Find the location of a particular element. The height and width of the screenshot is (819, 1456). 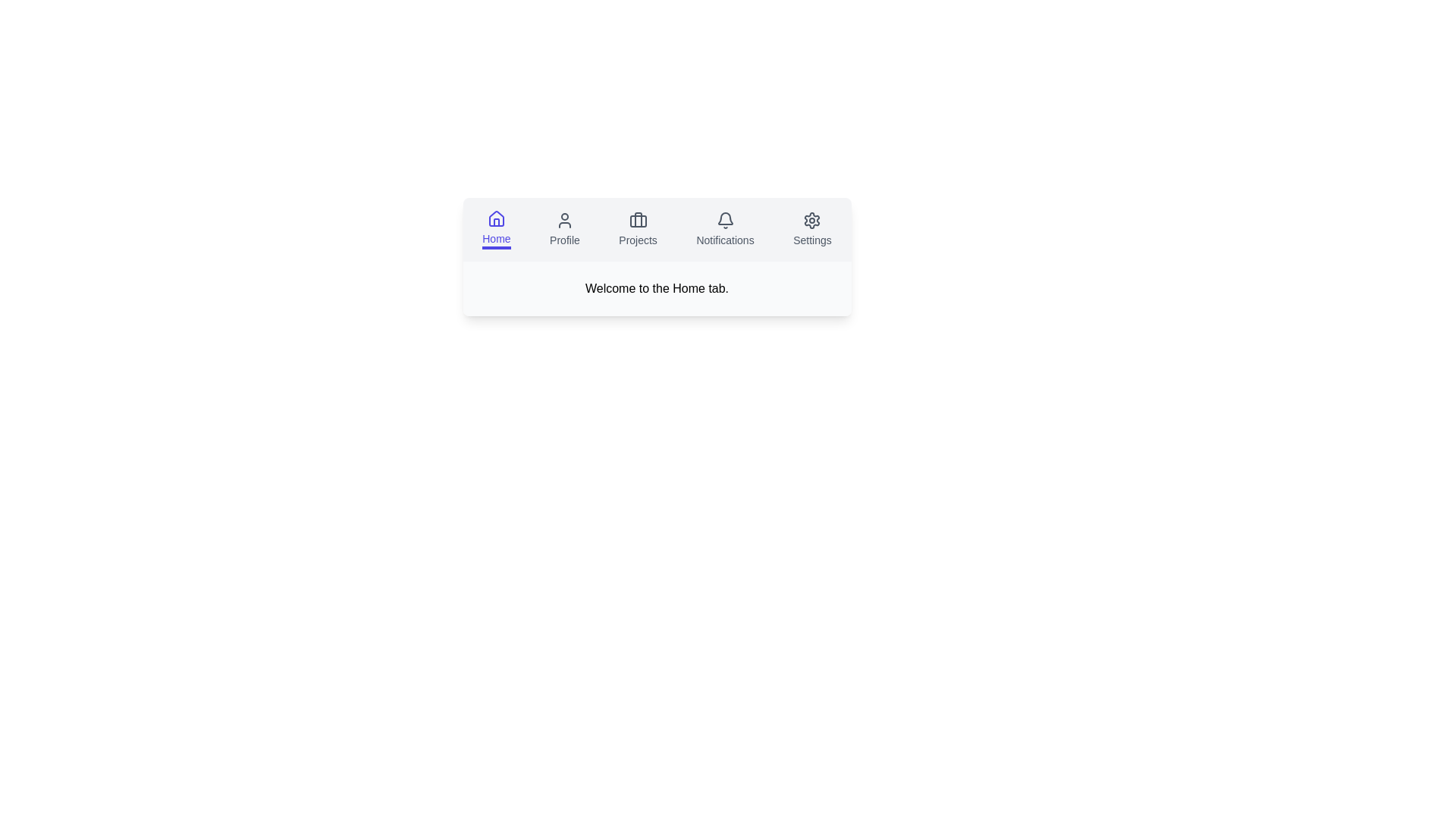

the 'Notifications' icon, represented by a bell, located in the horizontal navigation bar is located at coordinates (724, 220).